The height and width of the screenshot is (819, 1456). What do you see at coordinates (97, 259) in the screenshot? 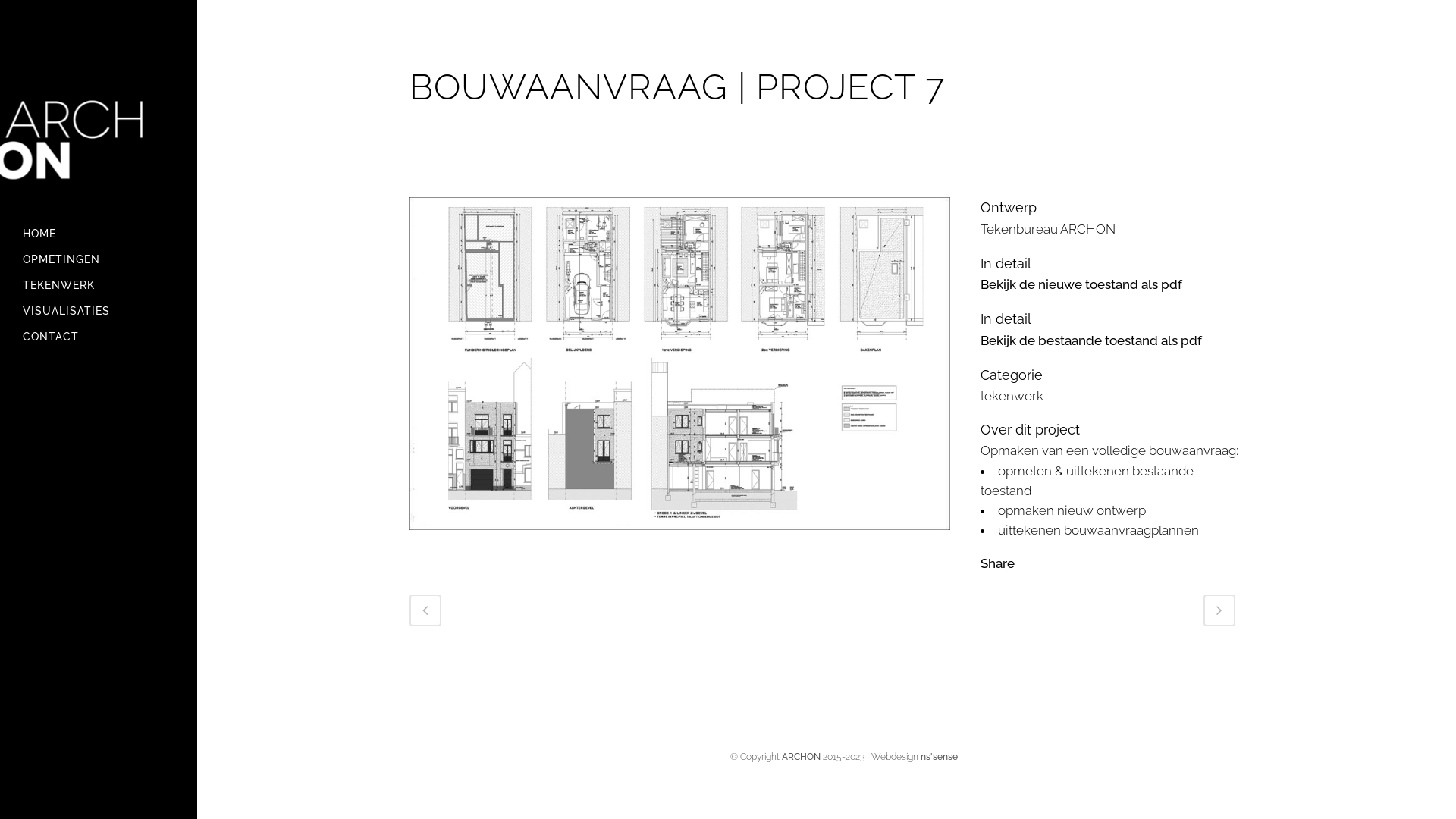
I see `'OPMETINGEN'` at bounding box center [97, 259].